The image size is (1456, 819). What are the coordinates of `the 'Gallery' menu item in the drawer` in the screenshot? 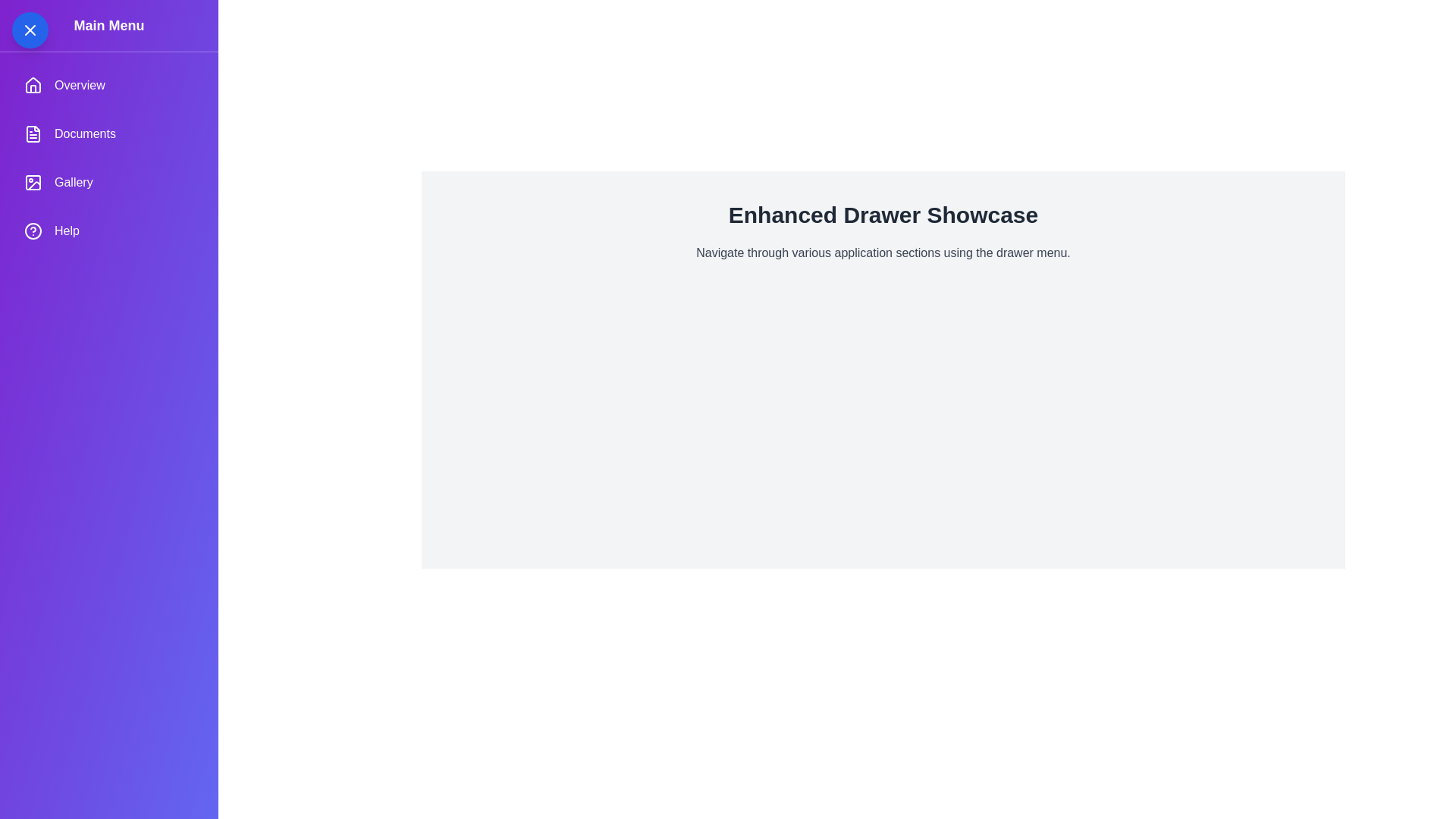 It's located at (108, 181).